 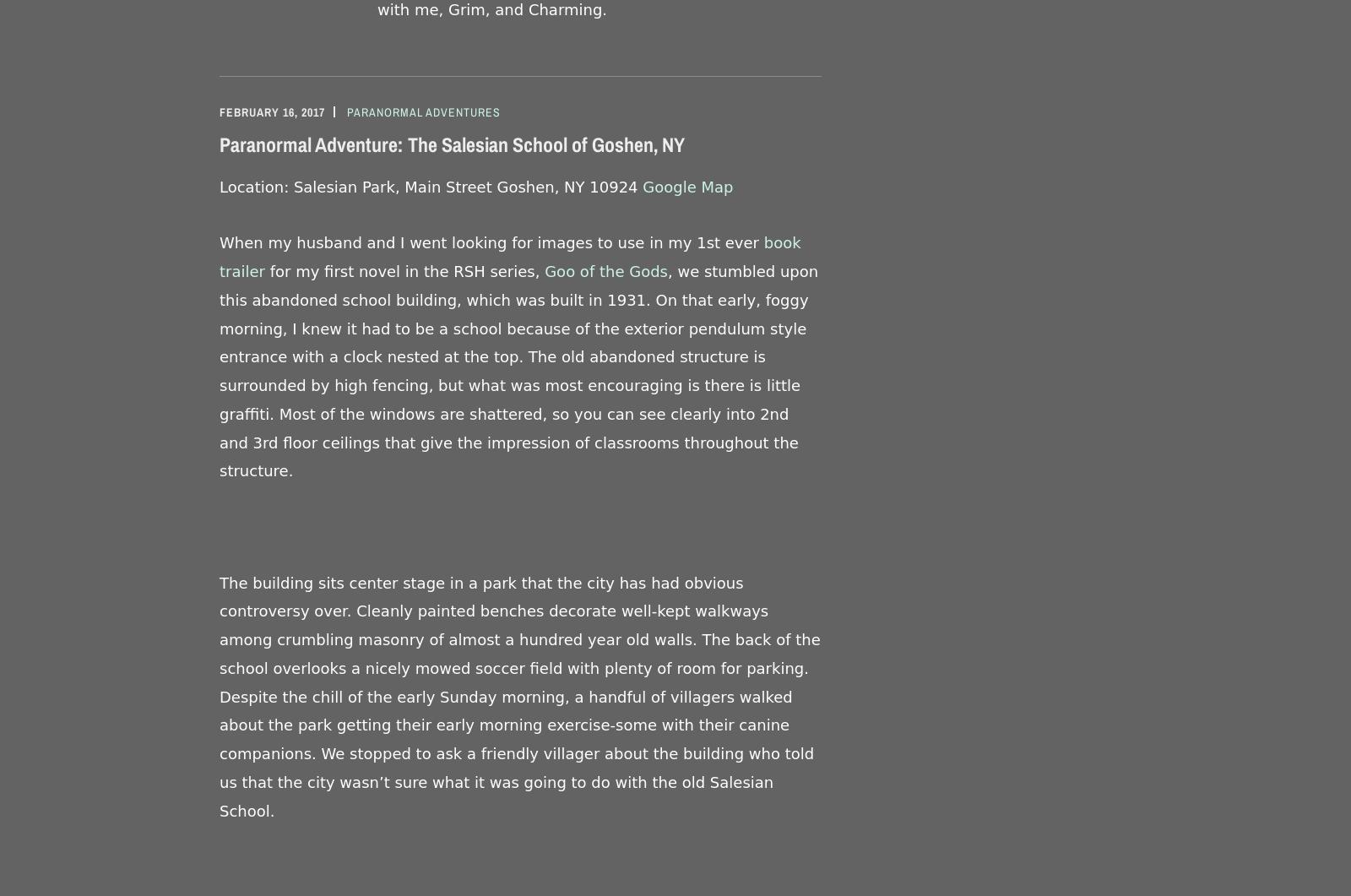 I want to click on ', we stumbled upon this abandoned school building, which was built in 1931. On that early, foggy morning, I knew it had to be a school because of the exterior pendulum style entrance with a clock nested at the top. The old abandoned structure is surrounded by high fencing, but what was most encouraging is there is little graffiti. Most of the windows are shattered, so you can see clearly into 2nd and 3rd floor ceilings that give the impression of classrooms throughout the structure.', so click(x=518, y=371).